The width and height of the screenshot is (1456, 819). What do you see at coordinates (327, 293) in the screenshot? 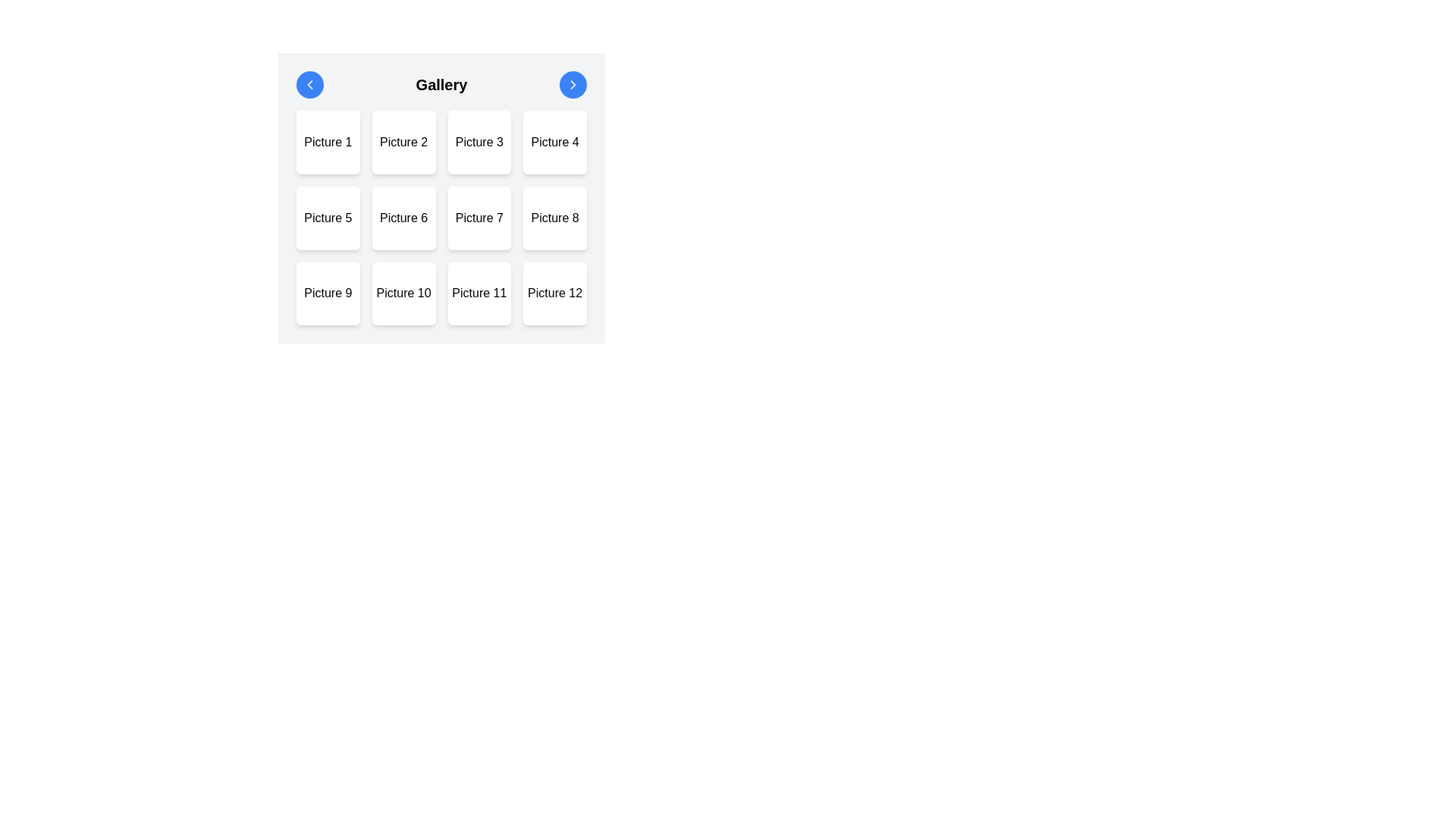
I see `the gallery grid item labeled 'Picture 9' located in the third row, first column` at bounding box center [327, 293].